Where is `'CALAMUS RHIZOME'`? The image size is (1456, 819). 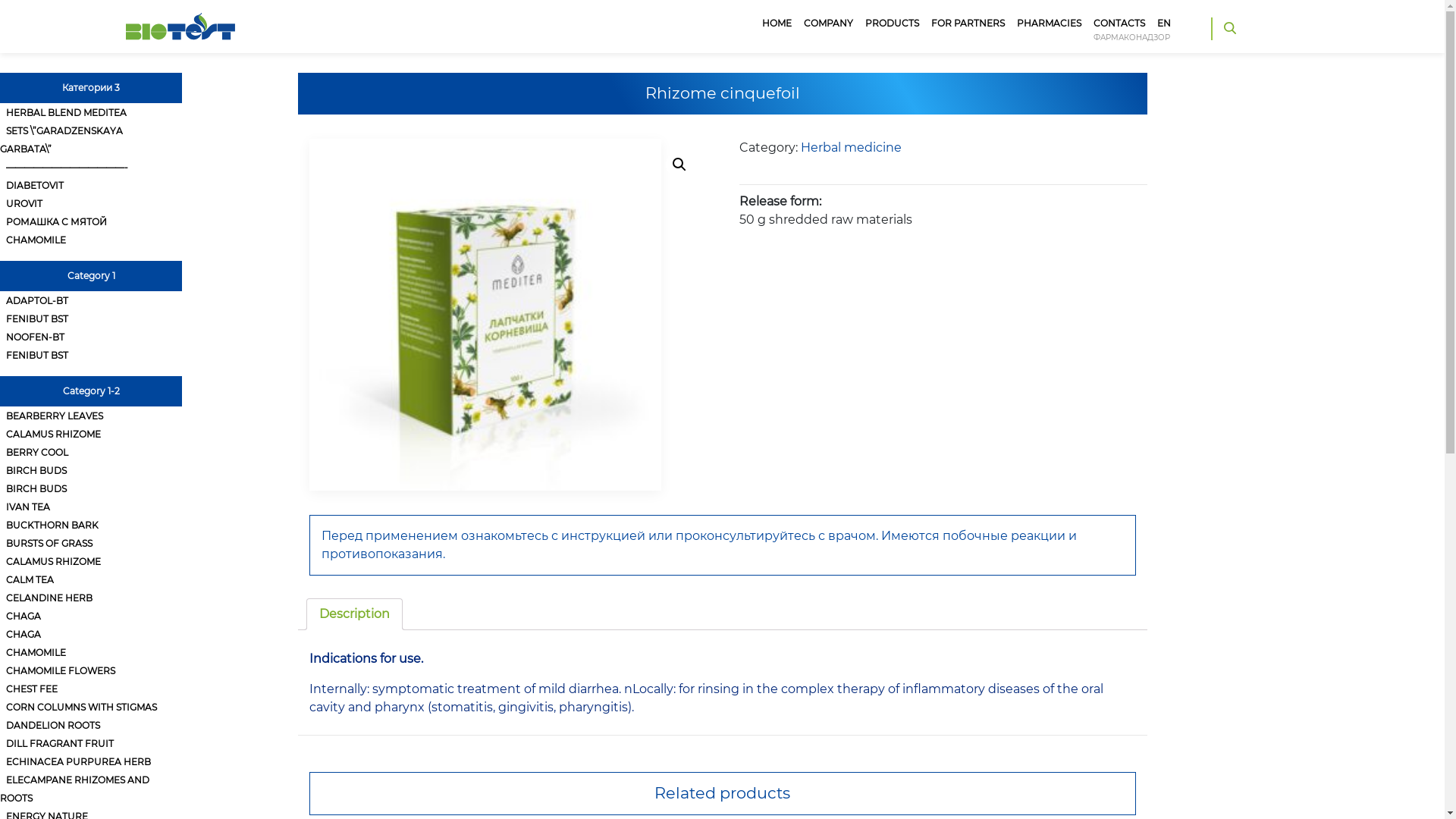
'CALAMUS RHIZOME' is located at coordinates (53, 561).